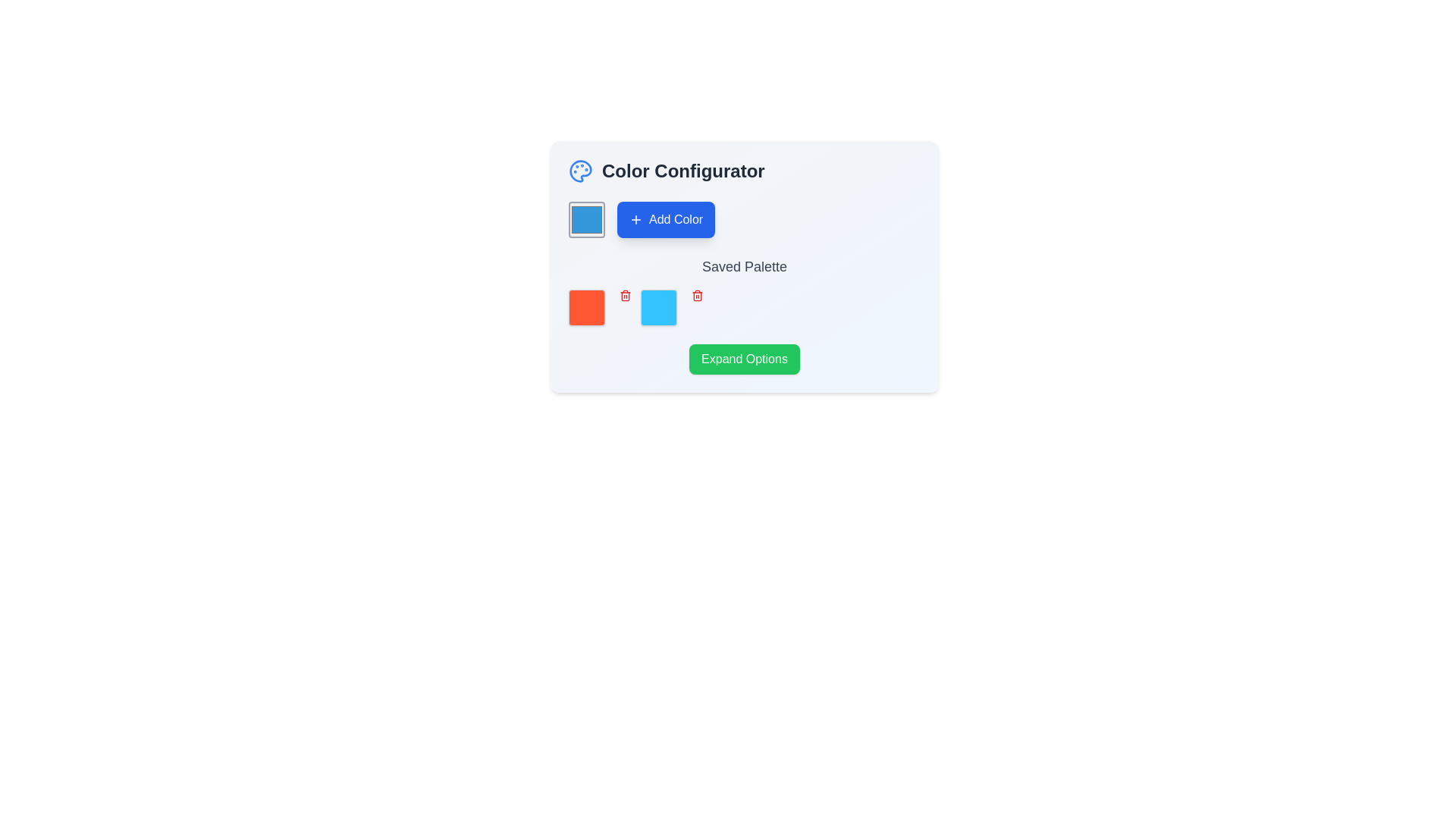 The width and height of the screenshot is (1456, 819). I want to click on the decorative icon representing an artistic tool located in the upper-left corner of the 'Color Configurator' UI component, so click(580, 171).